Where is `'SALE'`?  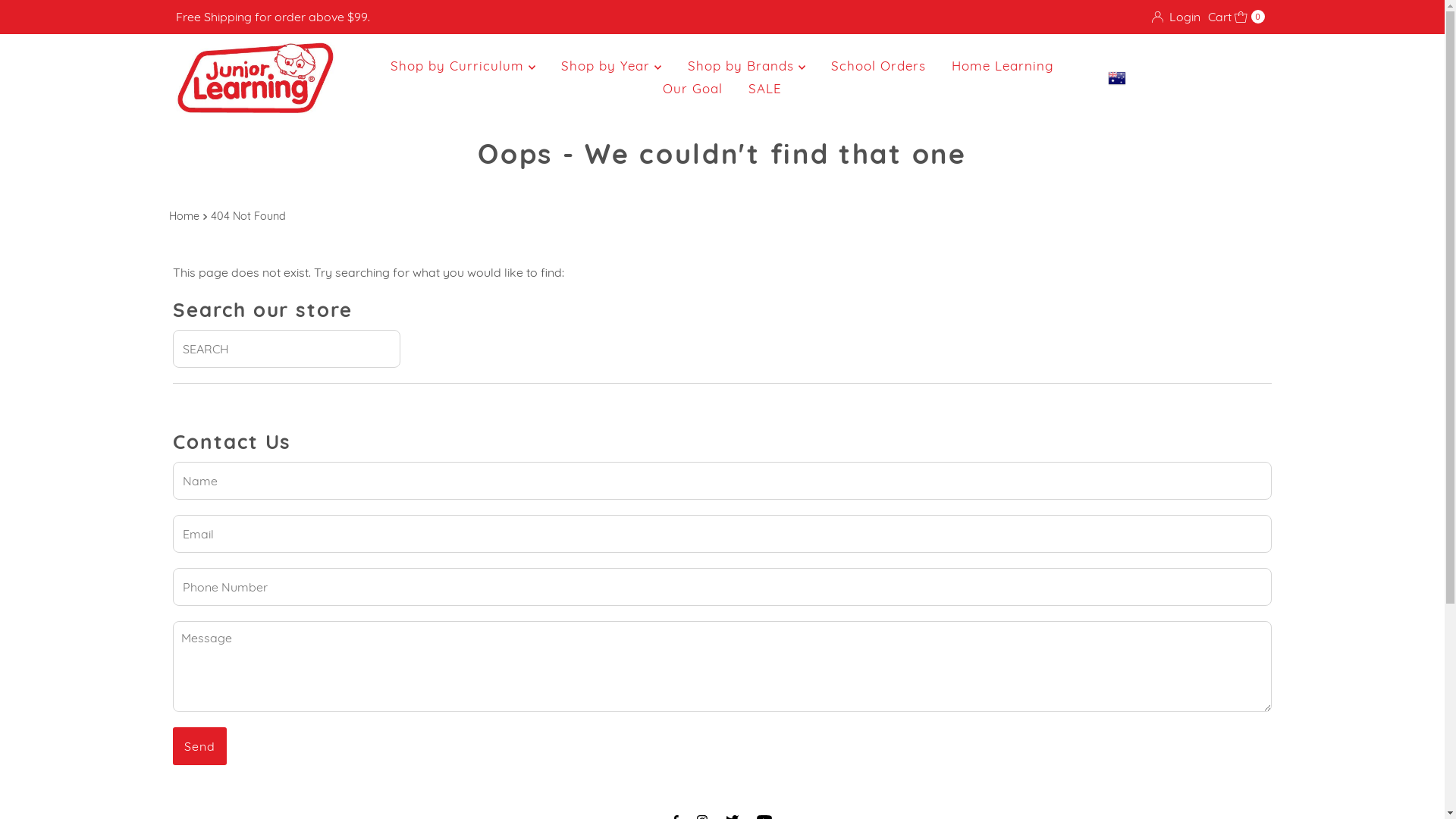
'SALE' is located at coordinates (764, 88).